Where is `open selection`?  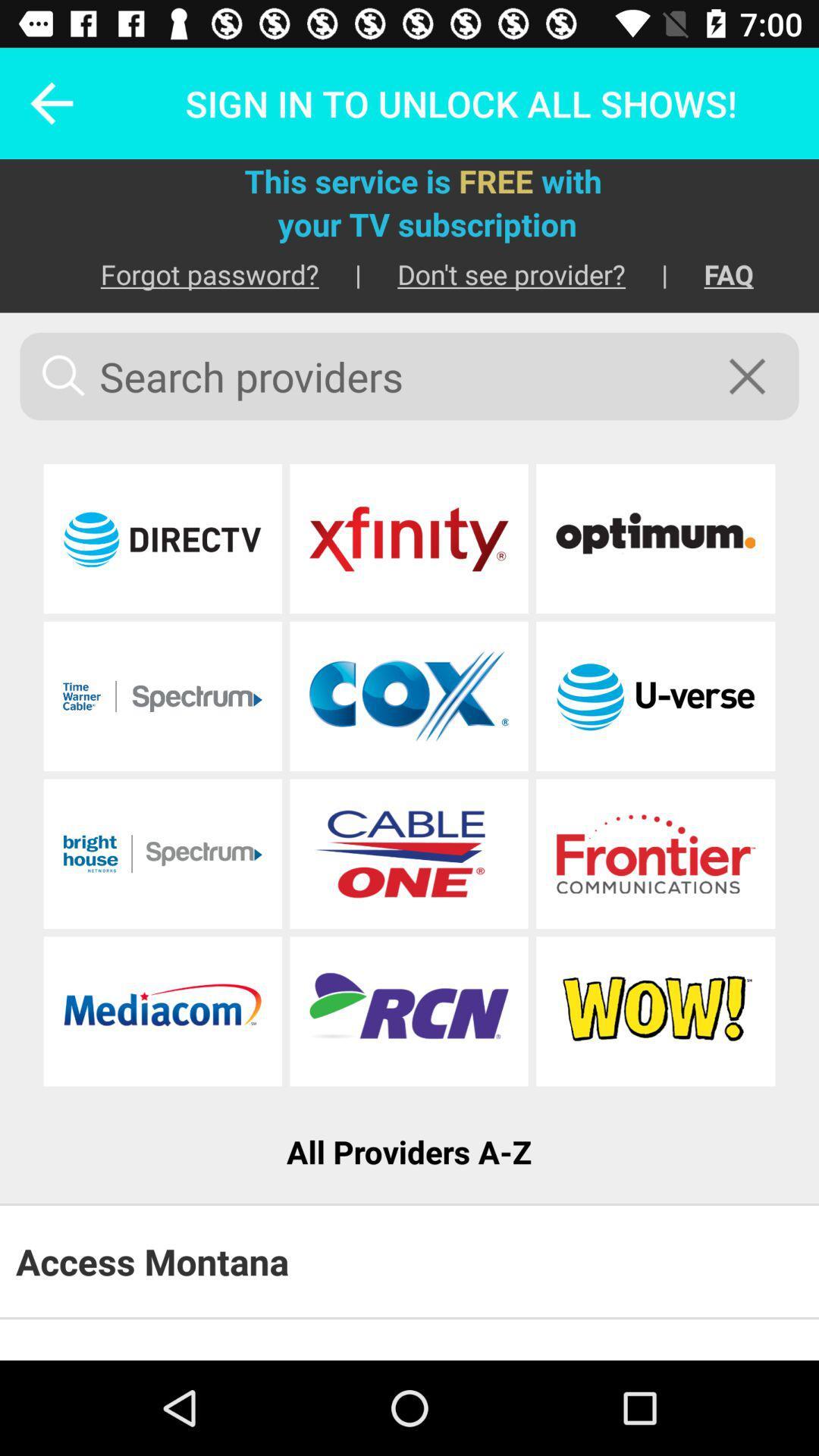
open selection is located at coordinates (162, 695).